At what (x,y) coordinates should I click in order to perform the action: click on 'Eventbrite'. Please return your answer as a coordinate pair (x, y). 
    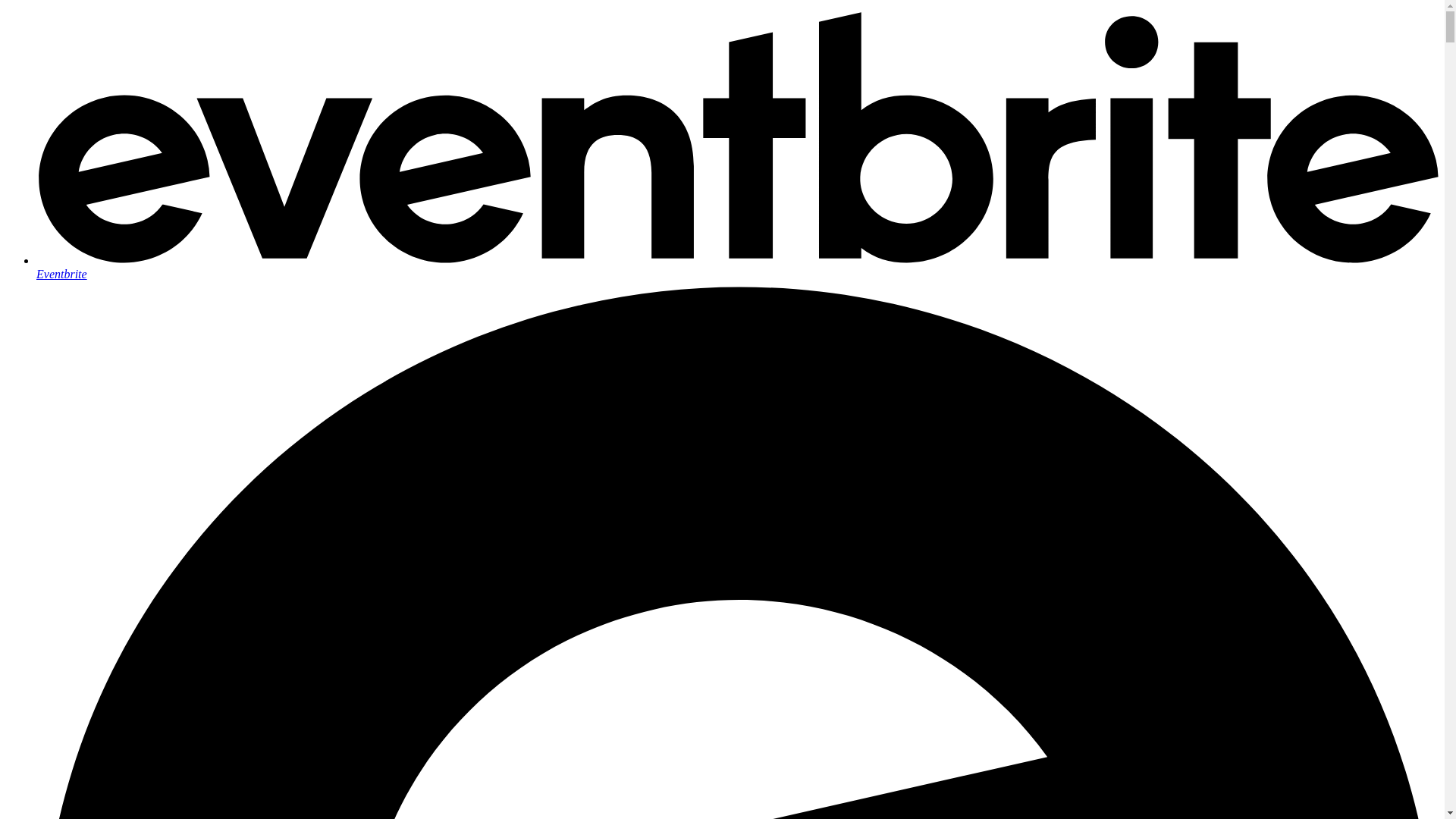
    Looking at the image, I should click on (737, 266).